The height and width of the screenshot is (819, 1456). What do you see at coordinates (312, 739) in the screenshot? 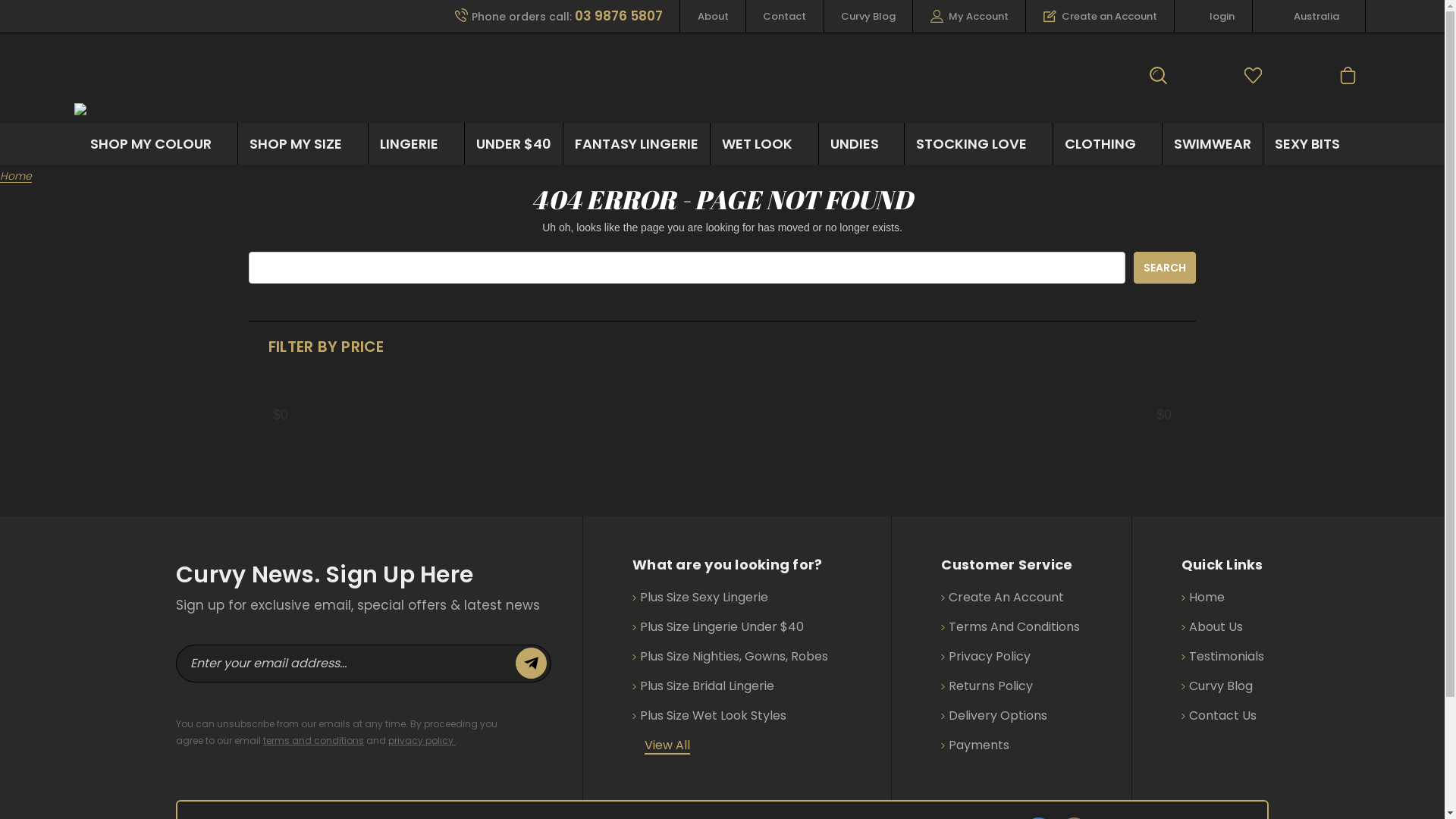
I see `'terms and conditions'` at bounding box center [312, 739].